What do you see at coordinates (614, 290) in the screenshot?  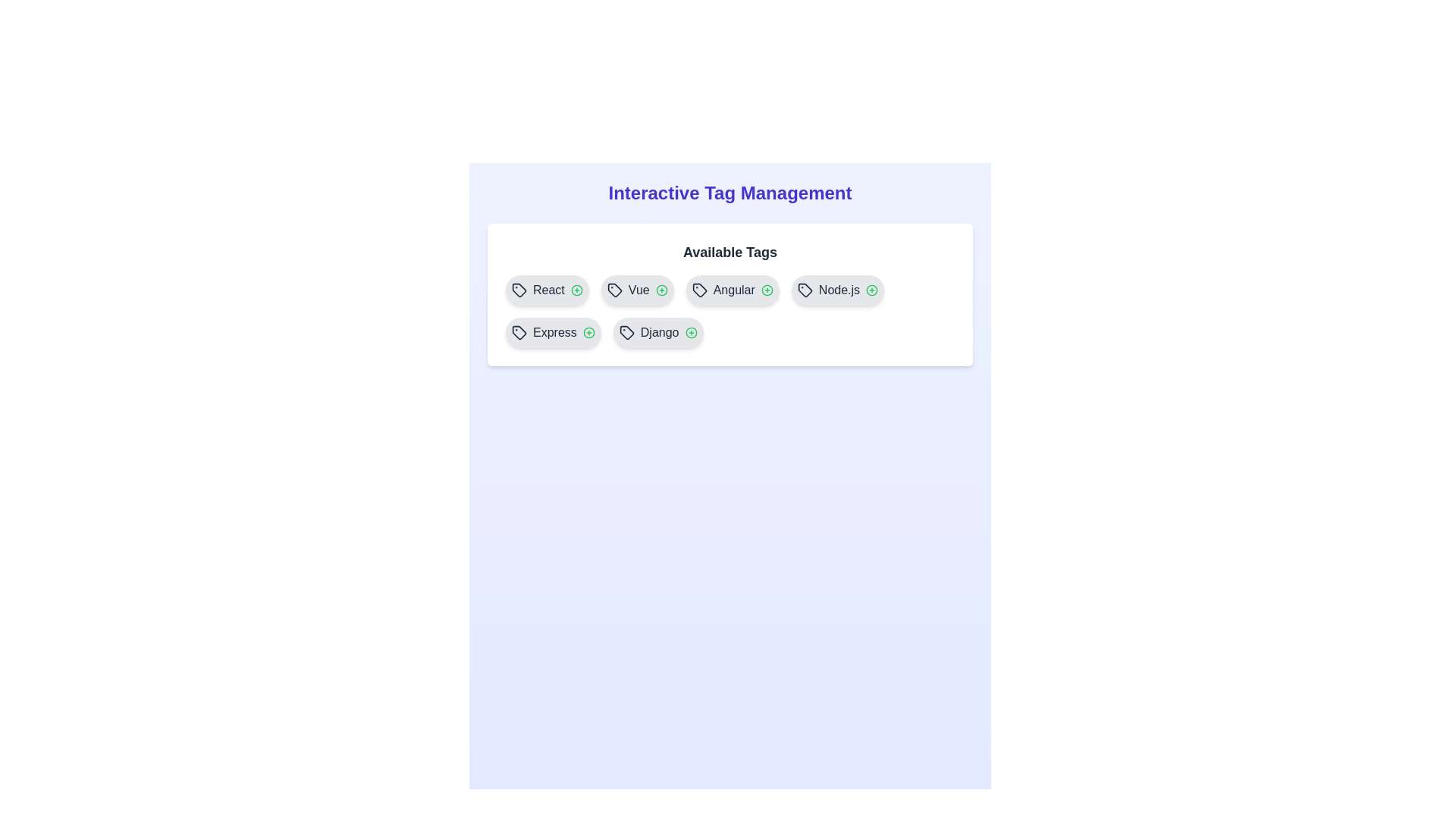 I see `the small graphical tag icon with a circular cutout, located within the 'Vue' tag item, the second tag in the top row of the 'Available Tags' section` at bounding box center [614, 290].